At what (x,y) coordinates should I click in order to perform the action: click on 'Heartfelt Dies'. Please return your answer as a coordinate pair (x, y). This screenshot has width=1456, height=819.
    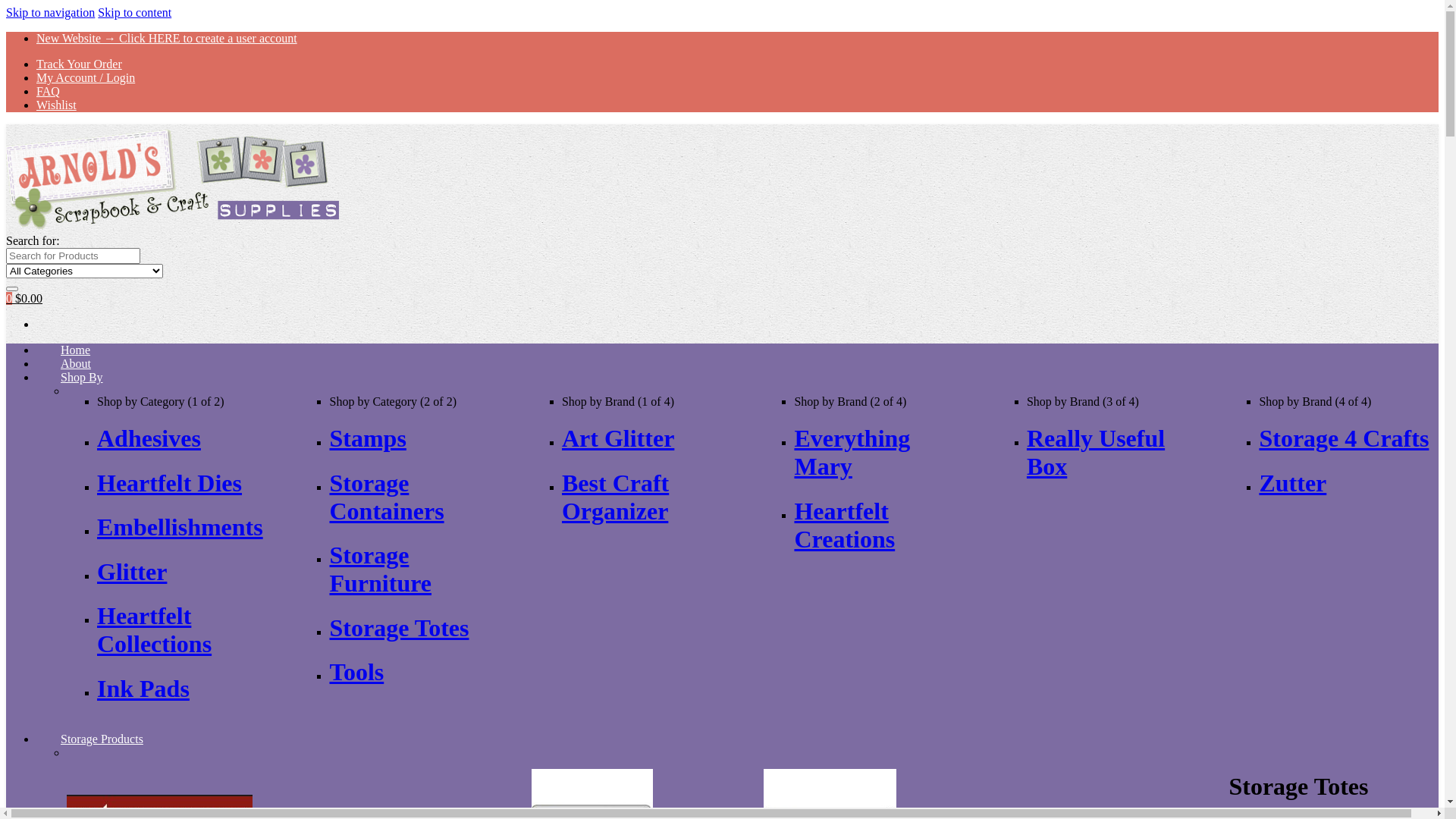
    Looking at the image, I should click on (169, 482).